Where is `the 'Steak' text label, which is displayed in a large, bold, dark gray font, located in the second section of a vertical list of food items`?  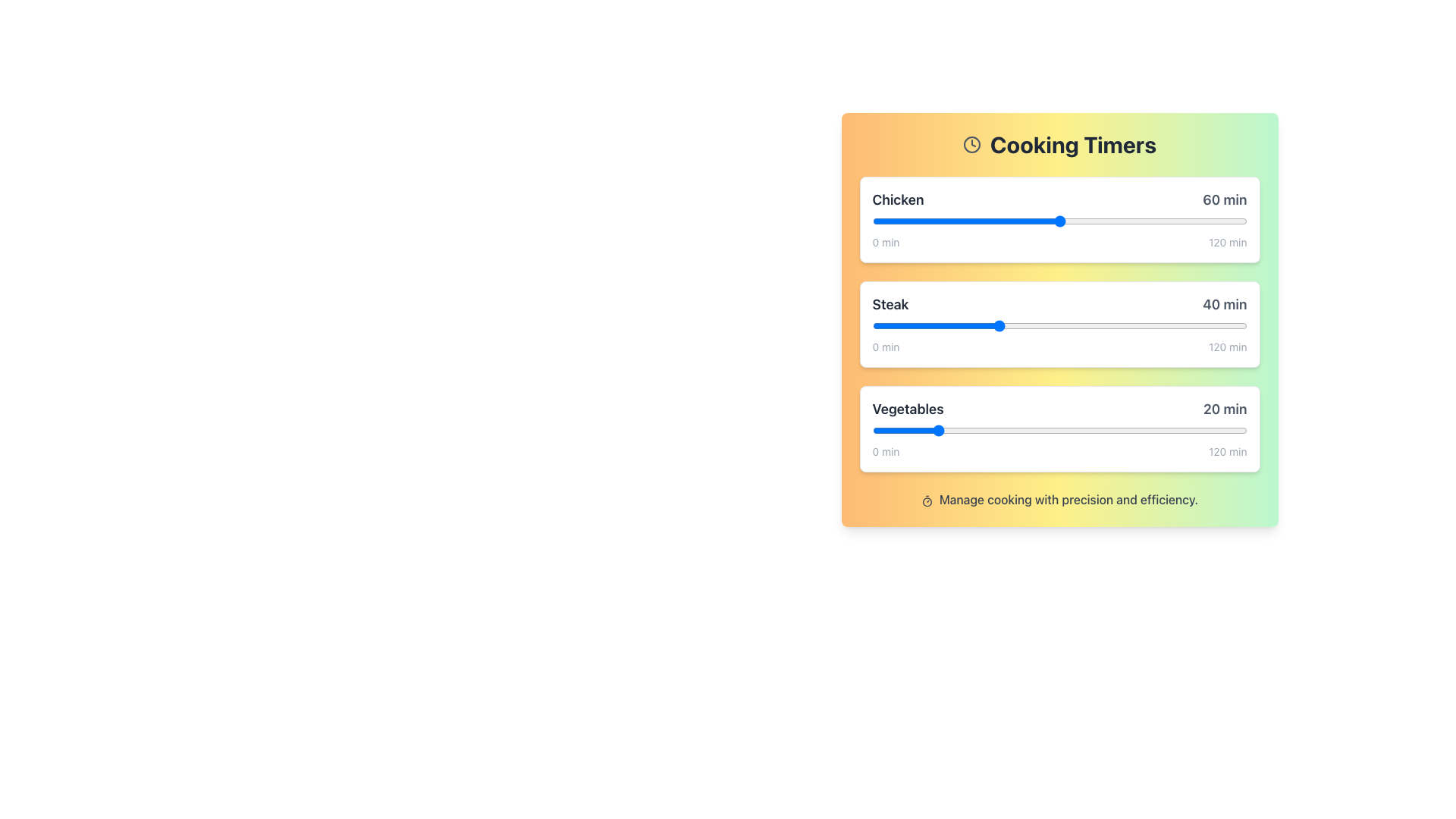
the 'Steak' text label, which is displayed in a large, bold, dark gray font, located in the second section of a vertical list of food items is located at coordinates (890, 304).